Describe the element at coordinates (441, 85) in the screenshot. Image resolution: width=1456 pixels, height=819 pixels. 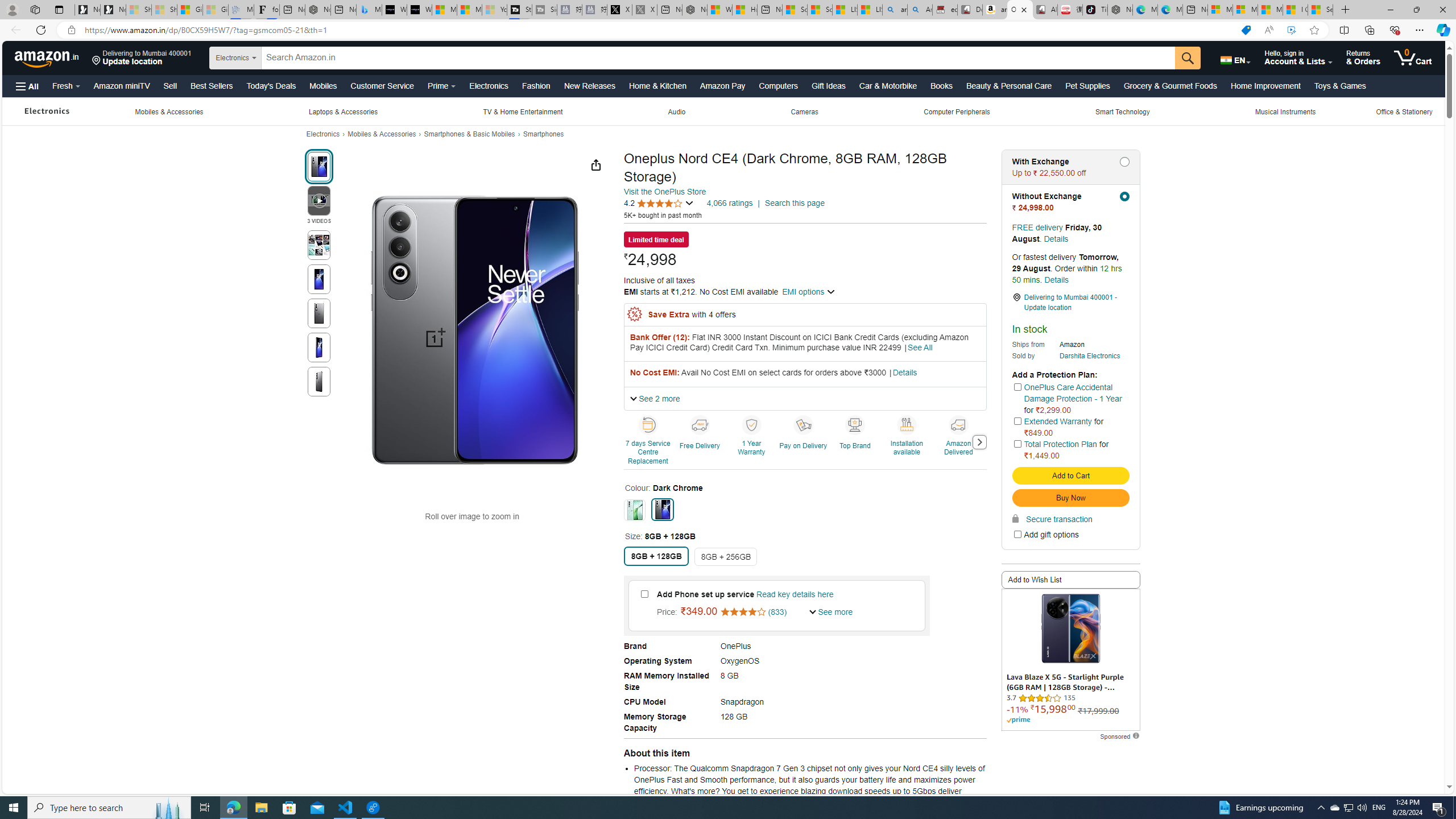
I see `'Prime'` at that location.